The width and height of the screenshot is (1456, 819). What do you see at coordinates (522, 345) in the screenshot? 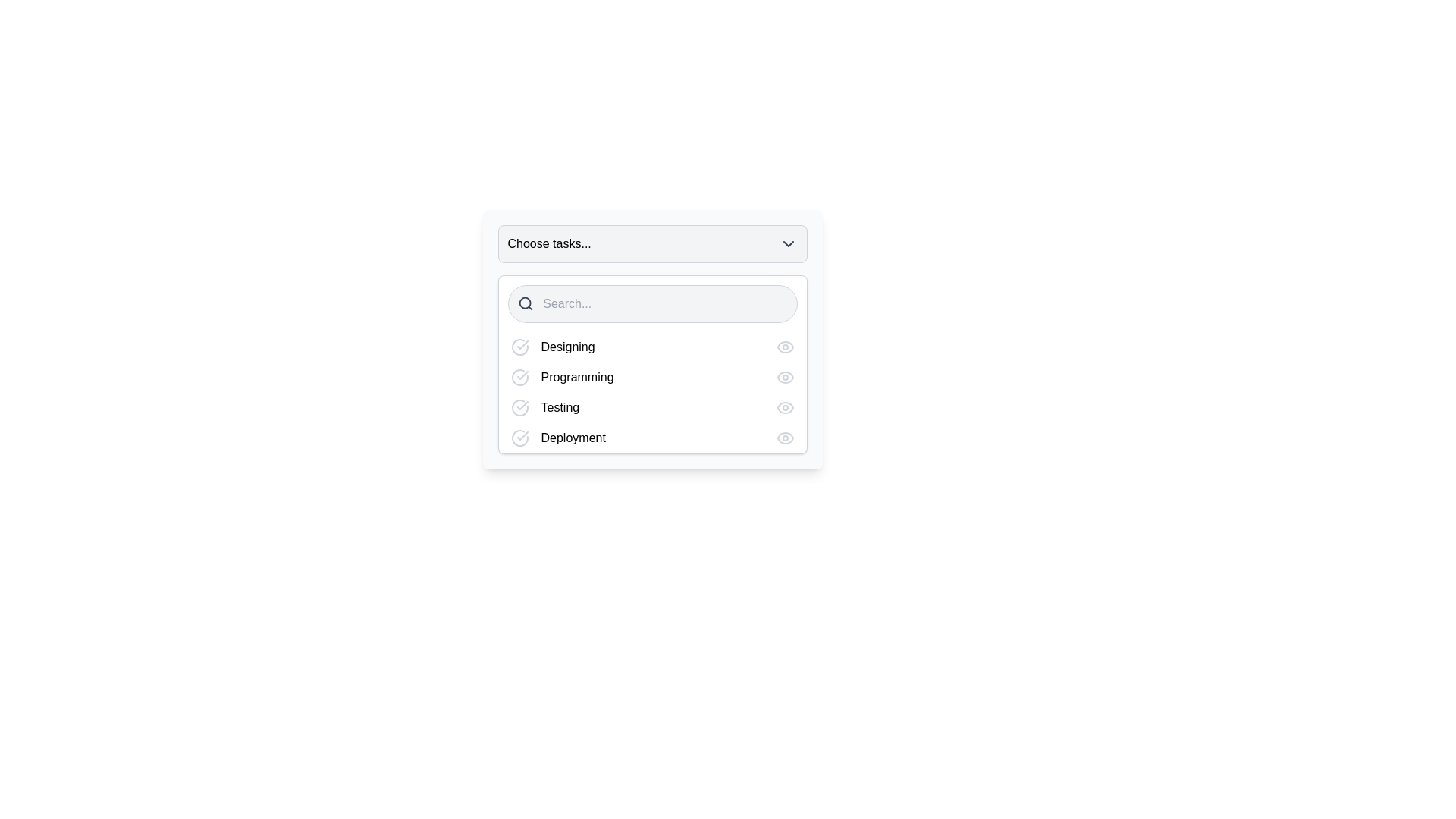
I see `the completion status icon for the task labeled 'Designing' in the dropdown menu` at bounding box center [522, 345].